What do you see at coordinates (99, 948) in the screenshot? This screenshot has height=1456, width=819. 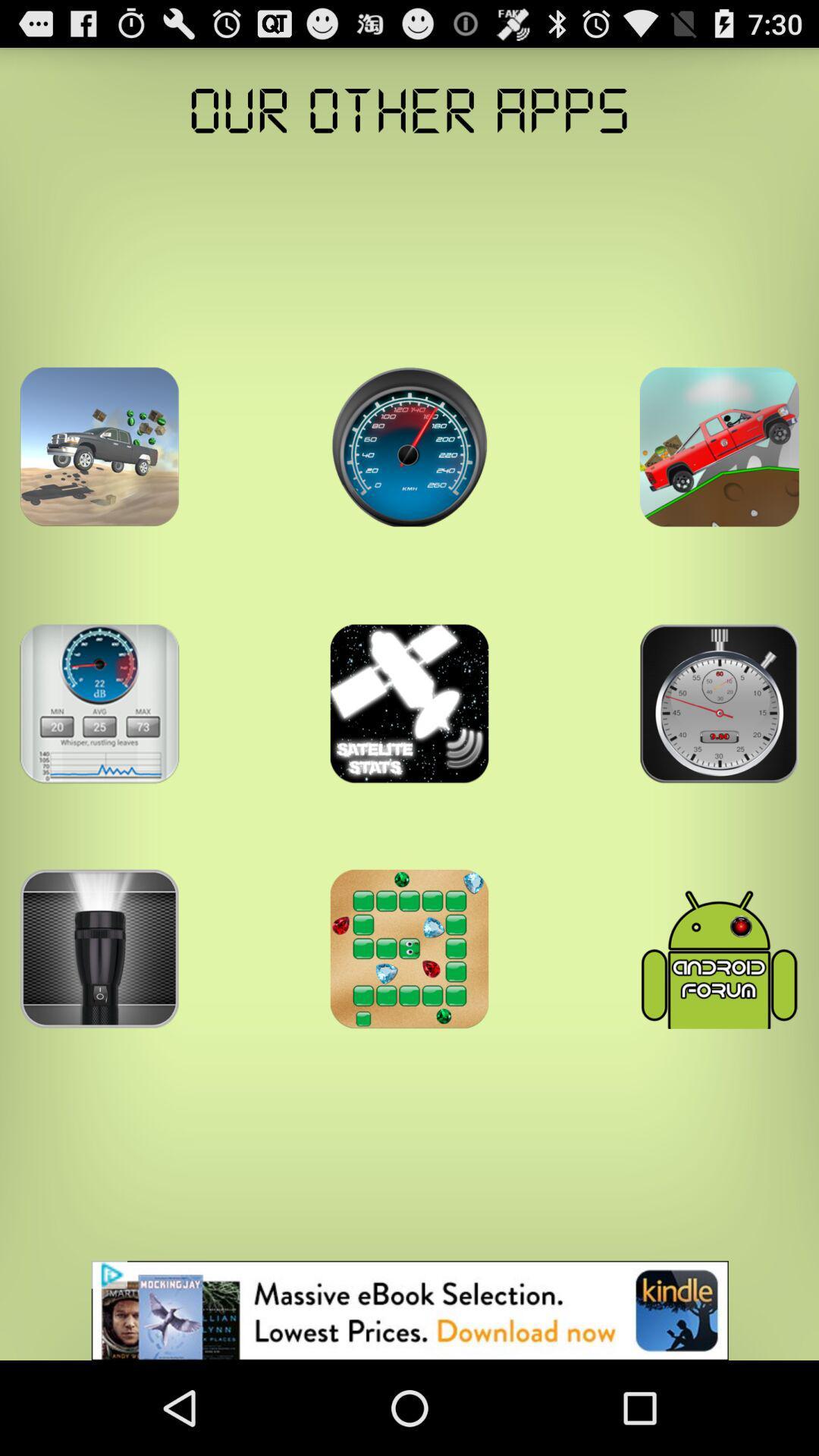 I see `find new apps` at bounding box center [99, 948].